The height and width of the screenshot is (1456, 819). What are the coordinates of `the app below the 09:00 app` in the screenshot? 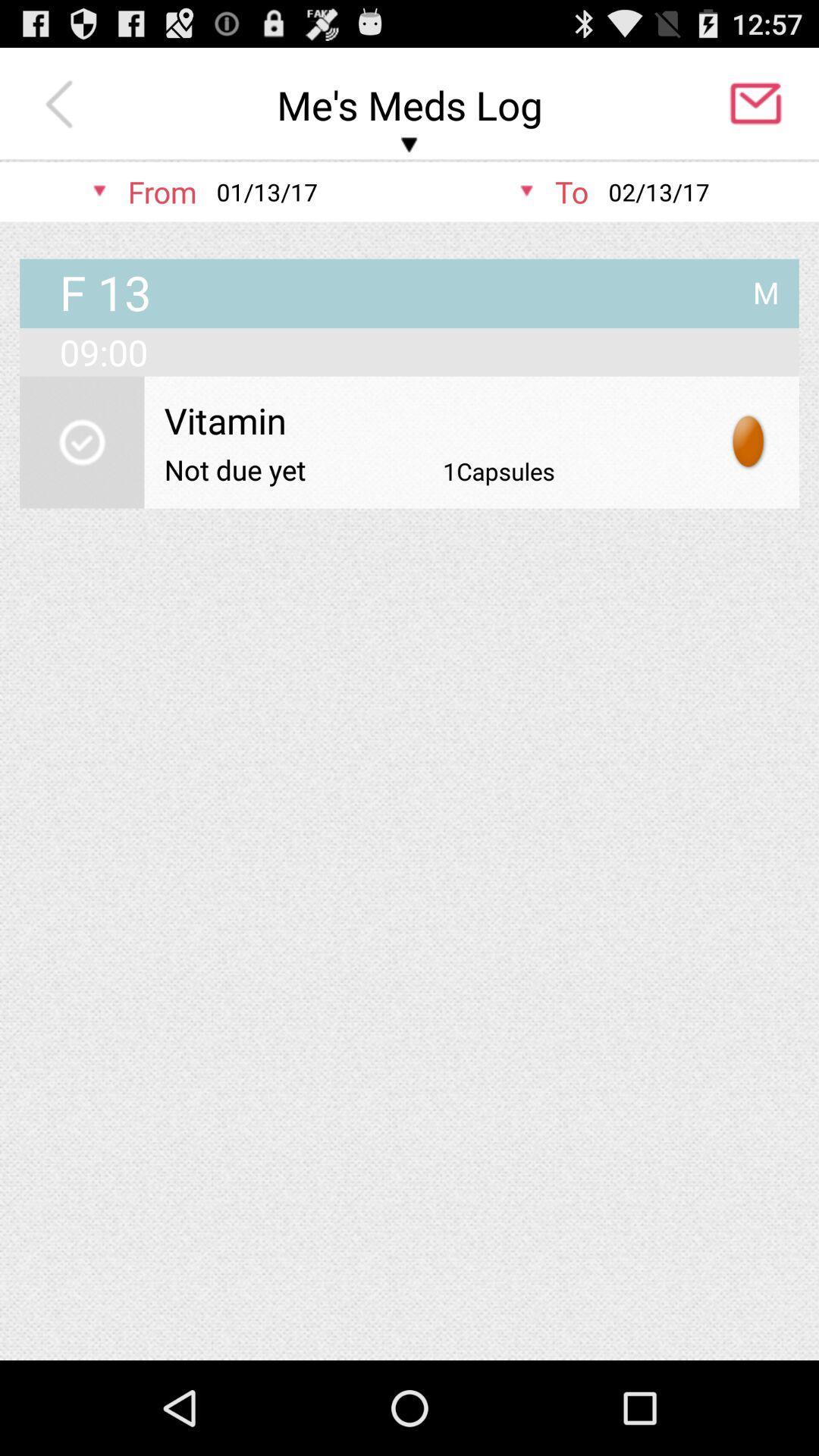 It's located at (431, 420).